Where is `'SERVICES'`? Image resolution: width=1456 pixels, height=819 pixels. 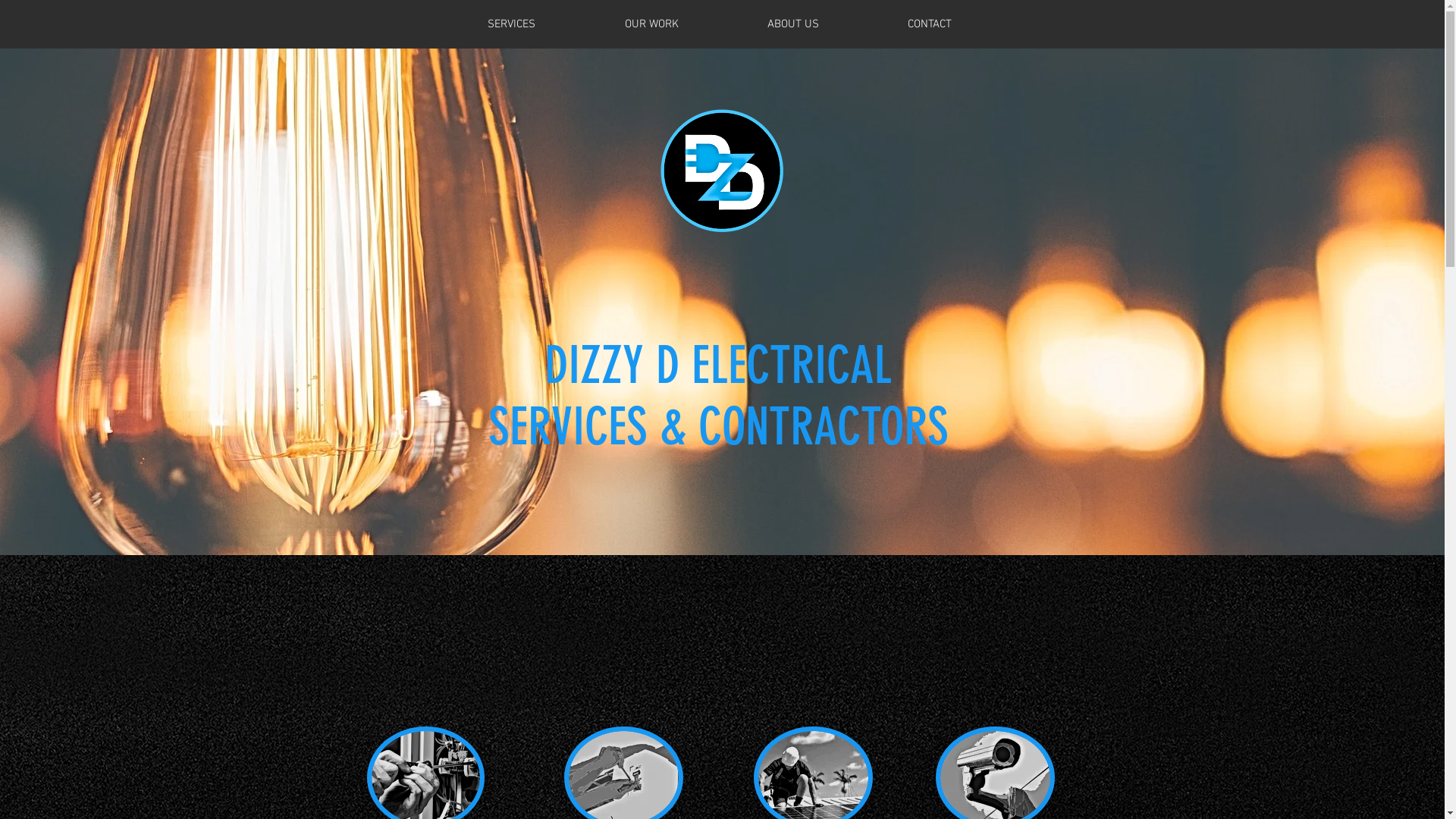
'SERVICES' is located at coordinates (511, 24).